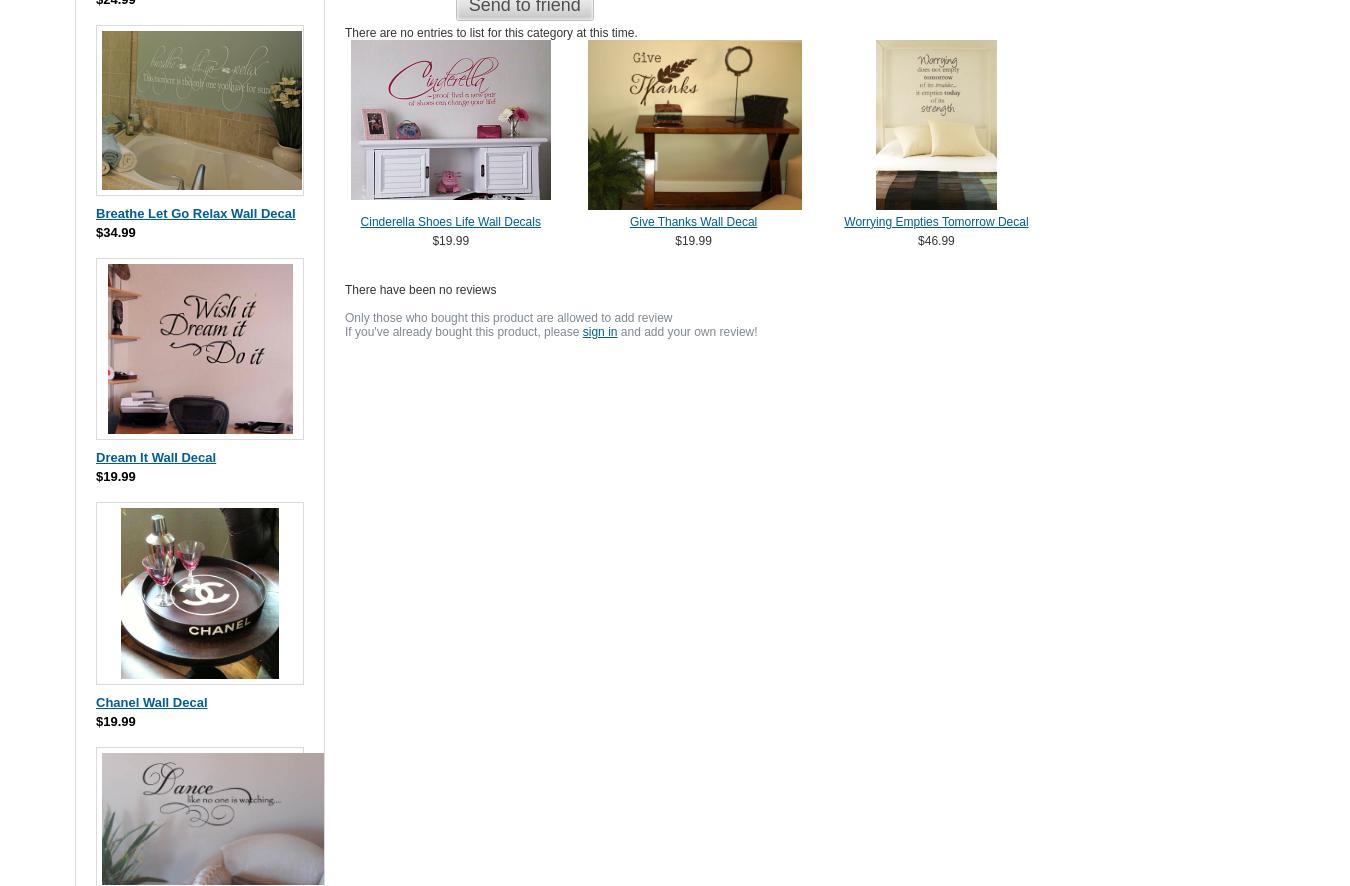 This screenshot has width=1350, height=886. Describe the element at coordinates (151, 700) in the screenshot. I see `'Chanel Wall Decal'` at that location.